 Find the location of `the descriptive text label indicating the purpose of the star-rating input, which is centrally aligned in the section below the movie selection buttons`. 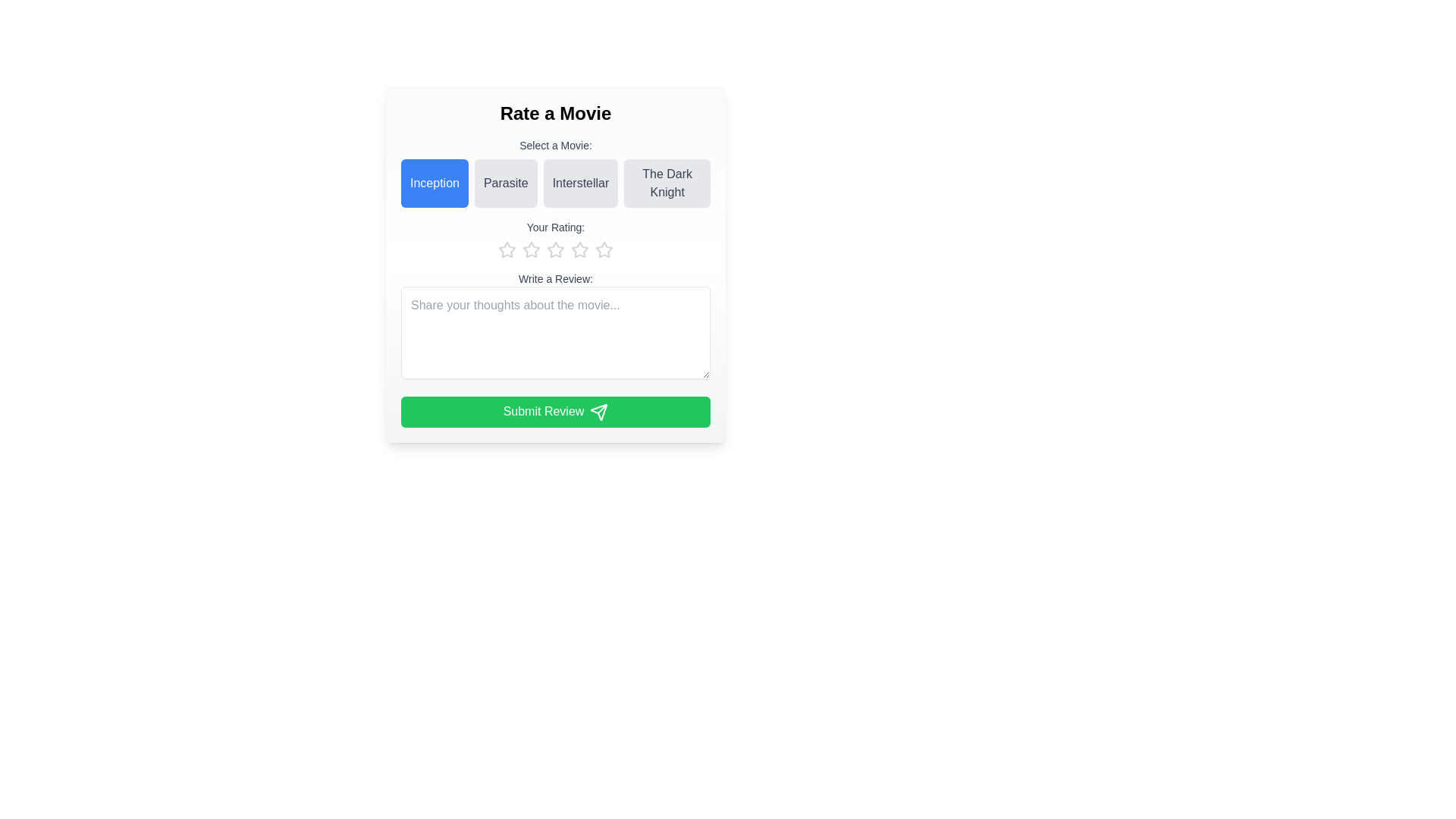

the descriptive text label indicating the purpose of the star-rating input, which is centrally aligned in the section below the movie selection buttons is located at coordinates (555, 227).